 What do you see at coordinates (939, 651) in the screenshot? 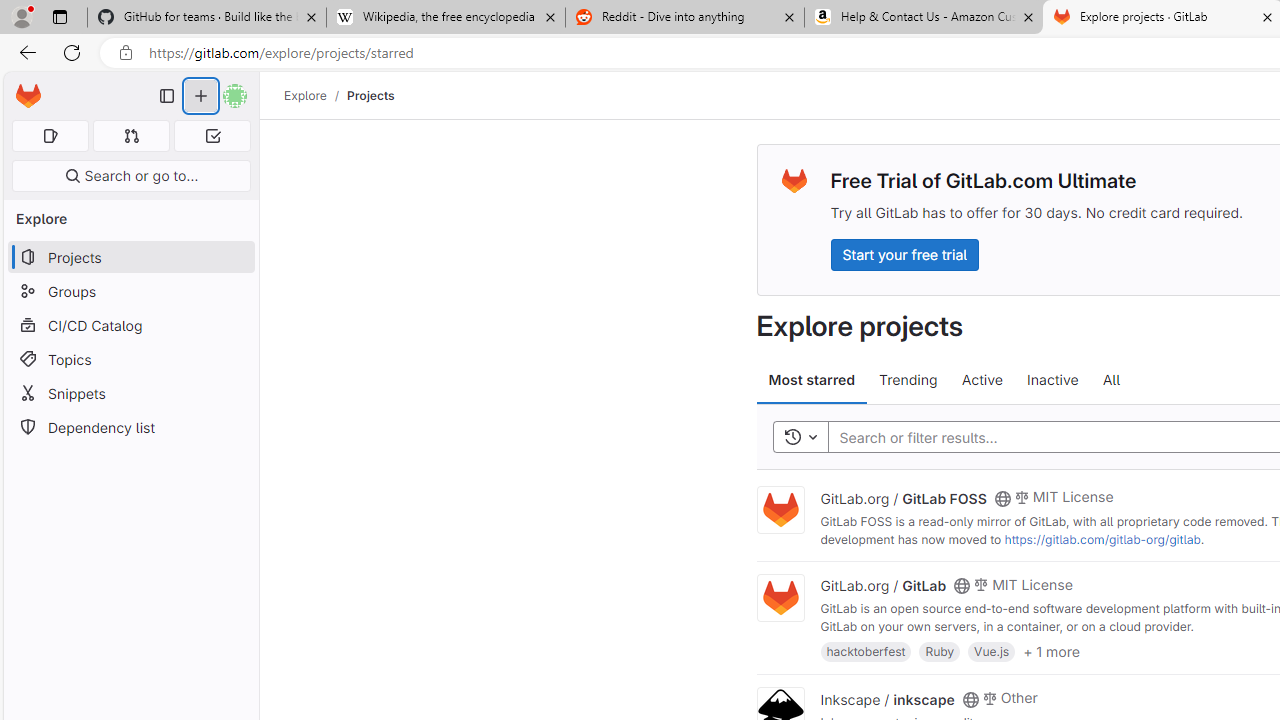
I see `'Ruby'` at bounding box center [939, 651].